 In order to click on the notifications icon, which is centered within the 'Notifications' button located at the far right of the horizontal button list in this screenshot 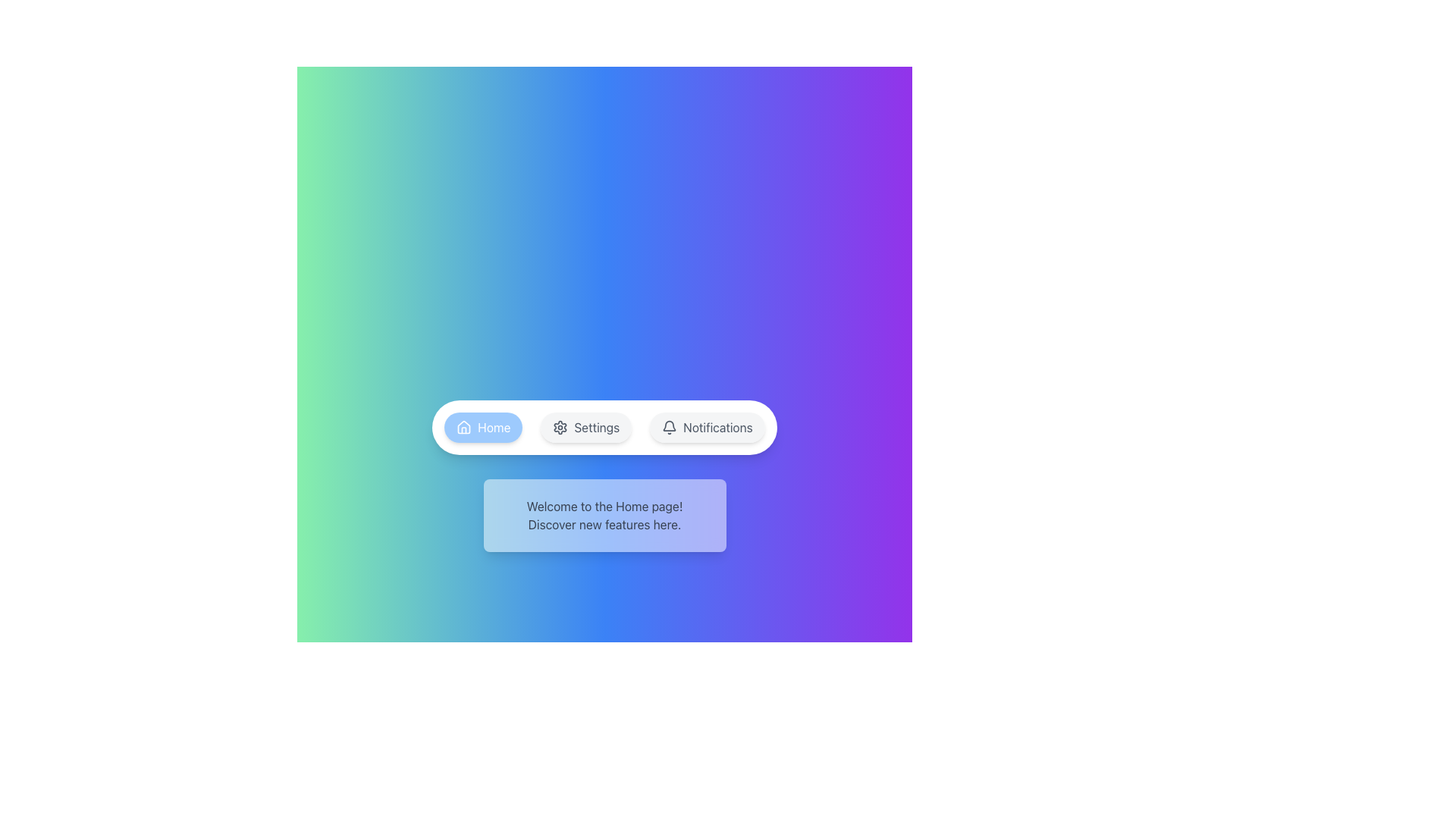, I will do `click(669, 427)`.